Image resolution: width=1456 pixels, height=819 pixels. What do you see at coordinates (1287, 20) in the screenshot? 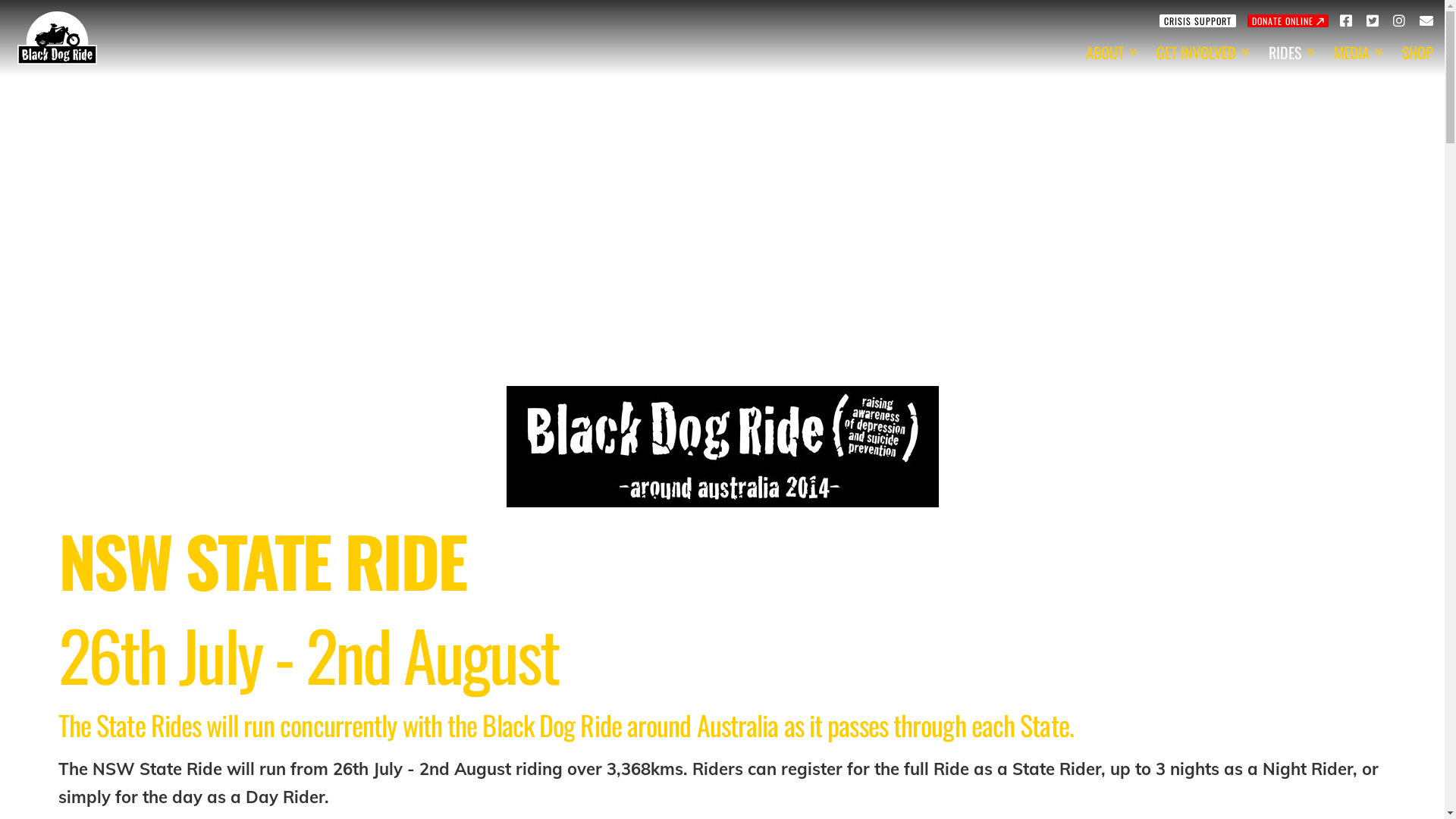
I see `'DONATE ONLINE'` at bounding box center [1287, 20].